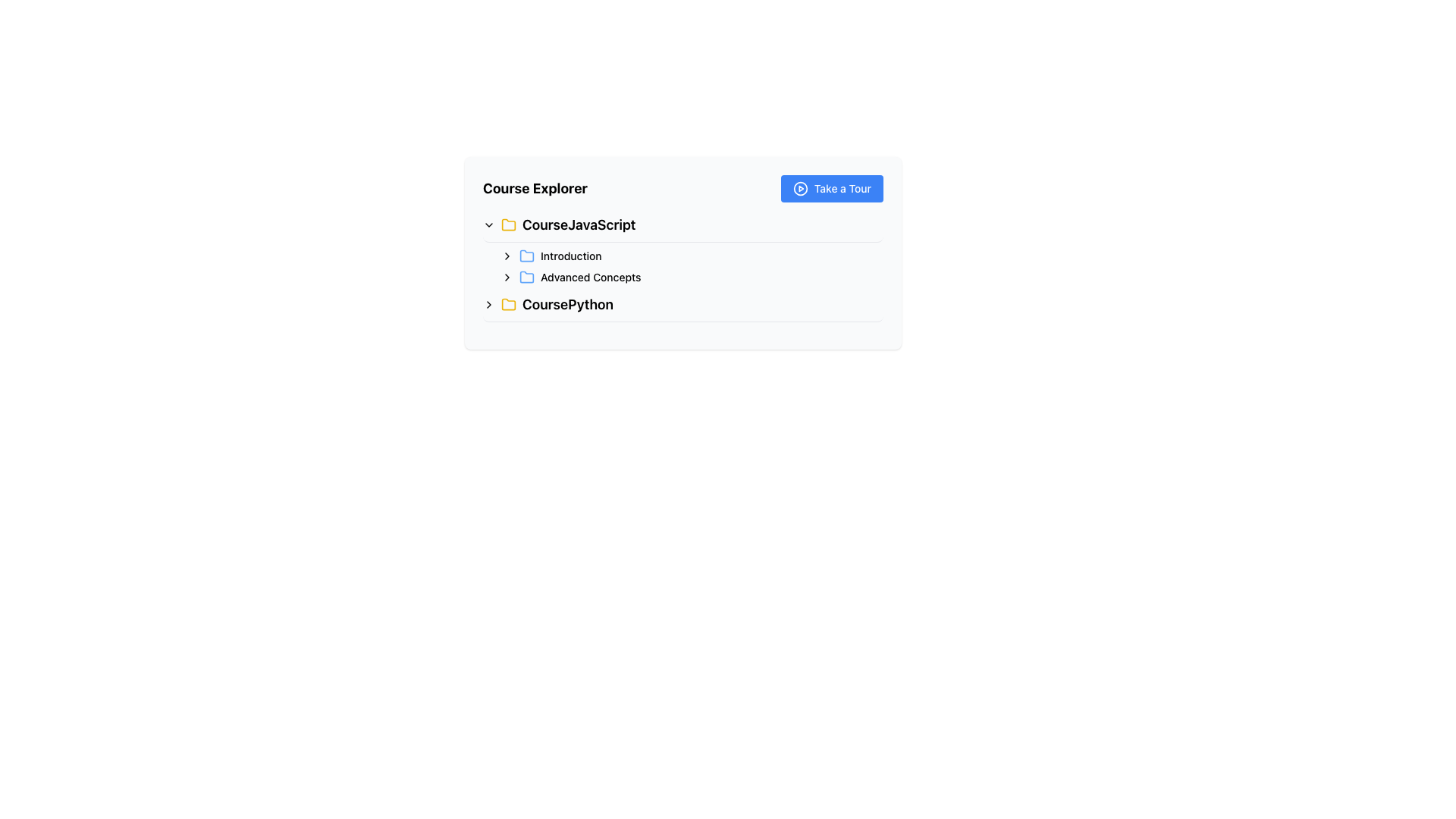 The image size is (1456, 819). I want to click on the 'Advanced Concepts' list item in the 'Course Explorer' sidebar, so click(691, 278).